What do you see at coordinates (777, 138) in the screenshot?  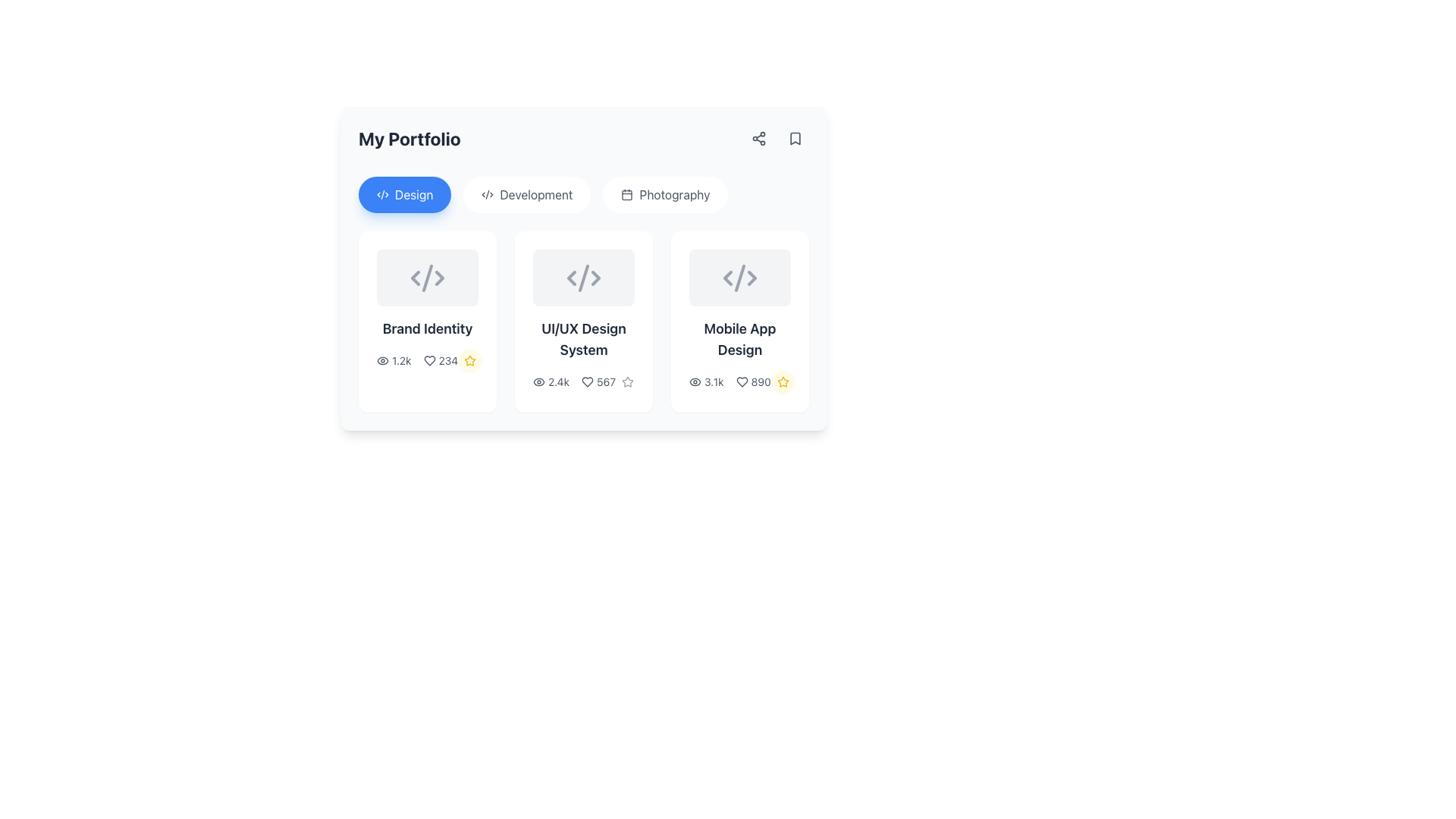 I see `the bookmark button located at the top-right corner of 'My Portfolio'` at bounding box center [777, 138].